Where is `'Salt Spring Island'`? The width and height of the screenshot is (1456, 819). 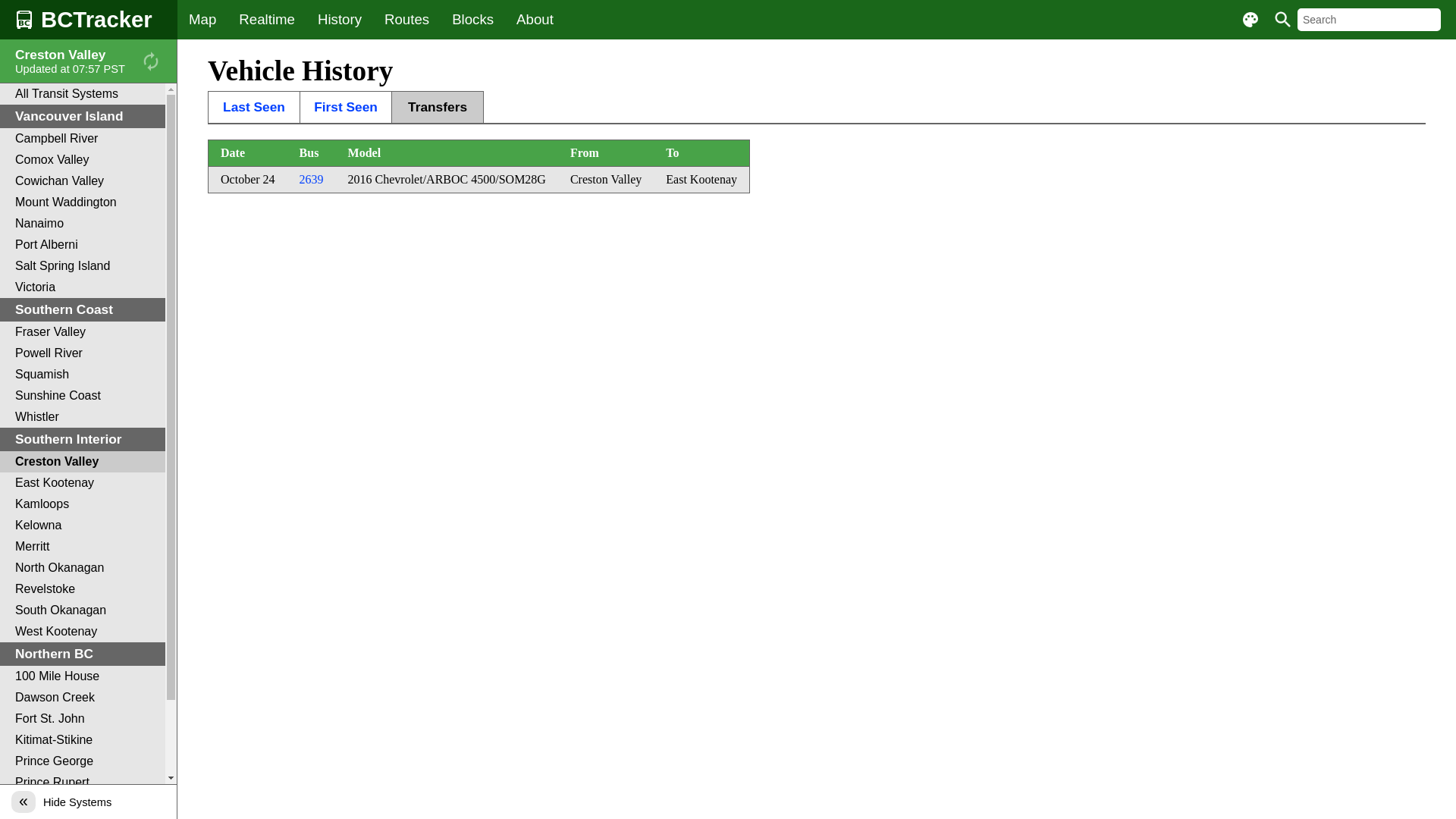
'Salt Spring Island' is located at coordinates (0, 265).